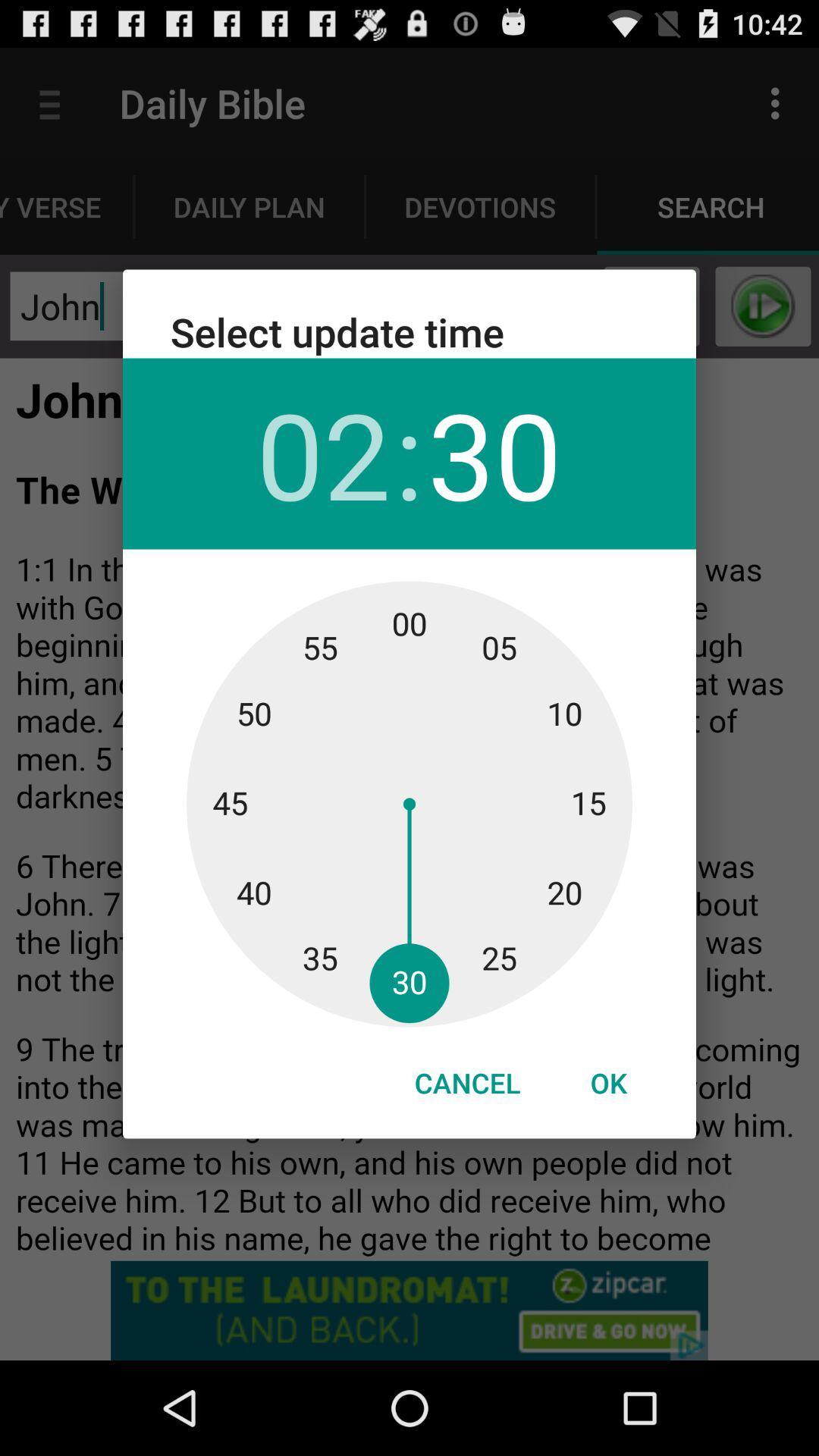  Describe the element at coordinates (494, 453) in the screenshot. I see `the item next to the : icon` at that location.